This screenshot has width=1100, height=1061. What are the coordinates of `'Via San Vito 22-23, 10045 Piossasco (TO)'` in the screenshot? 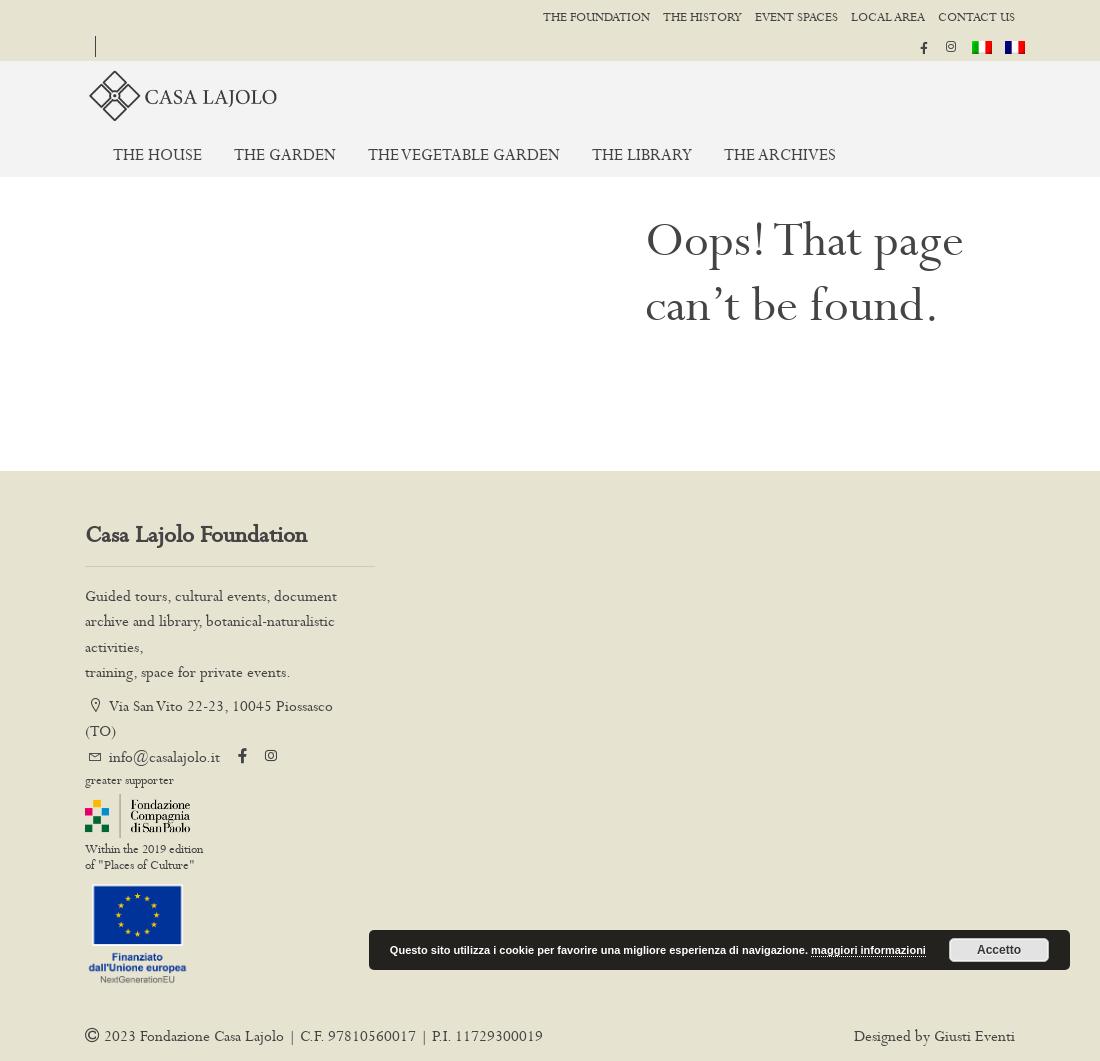 It's located at (209, 717).